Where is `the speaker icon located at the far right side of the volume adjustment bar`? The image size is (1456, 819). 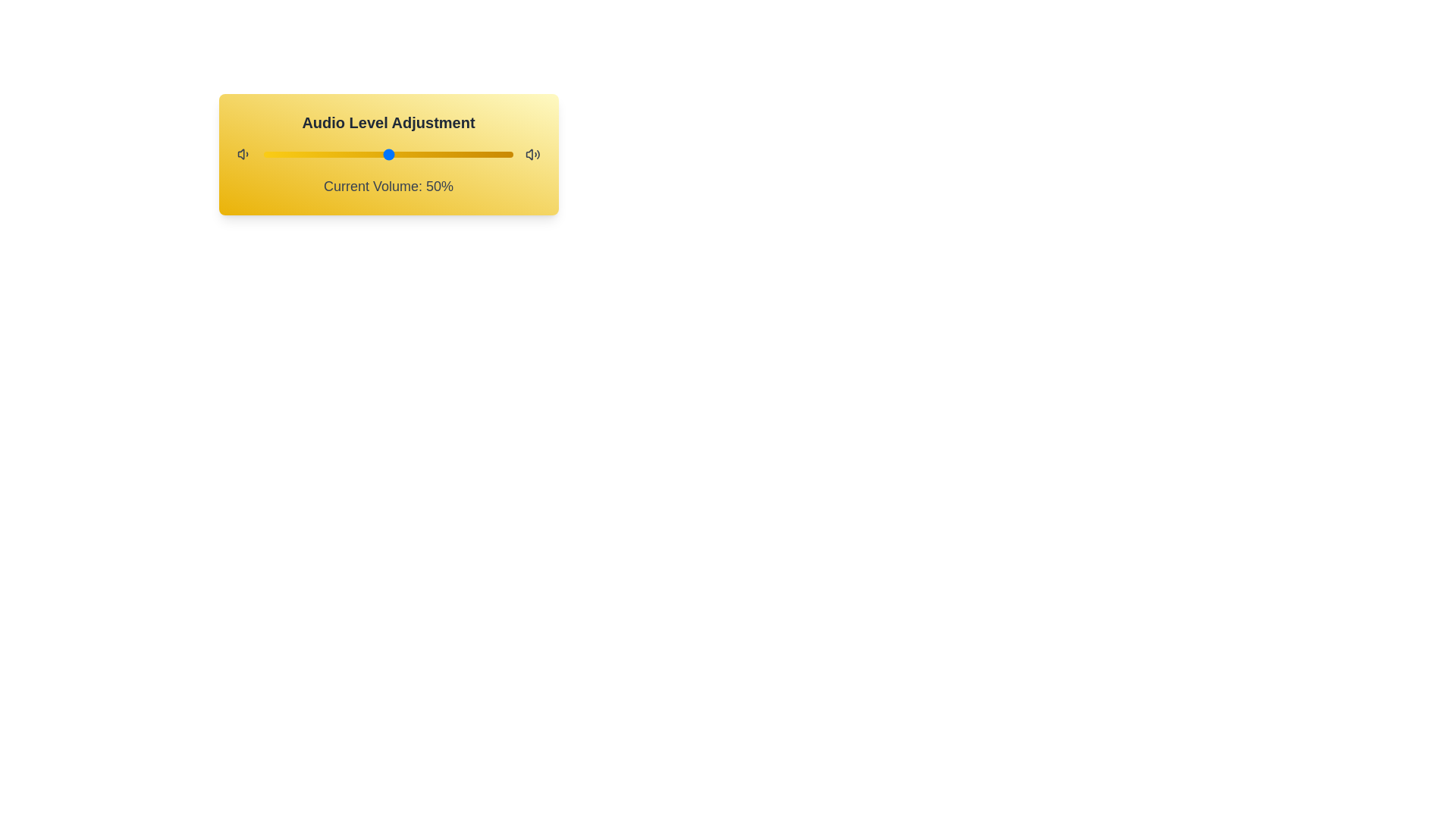 the speaker icon located at the far right side of the volume adjustment bar is located at coordinates (529, 155).